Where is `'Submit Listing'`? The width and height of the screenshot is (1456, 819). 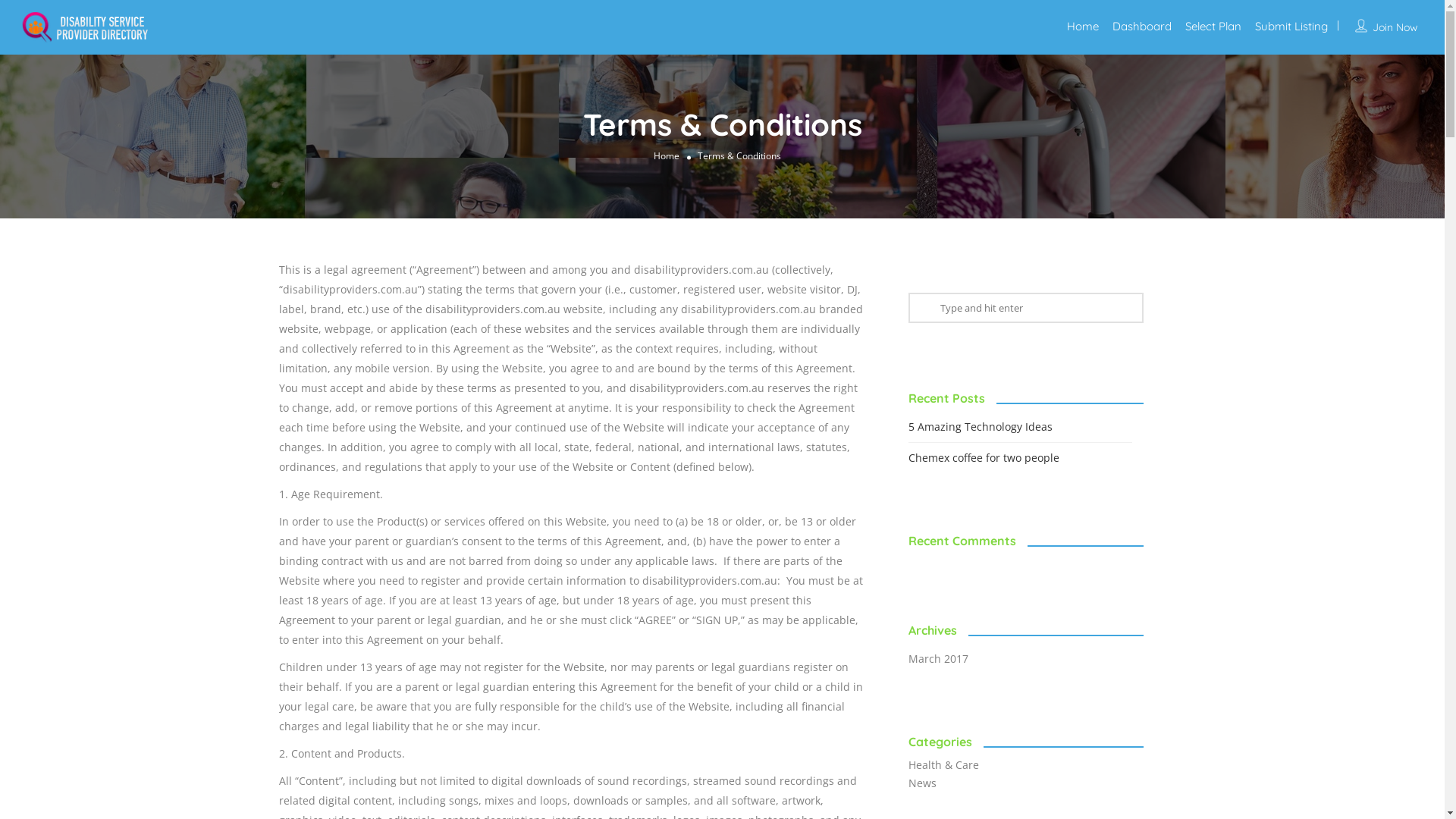
'Submit Listing' is located at coordinates (1291, 26).